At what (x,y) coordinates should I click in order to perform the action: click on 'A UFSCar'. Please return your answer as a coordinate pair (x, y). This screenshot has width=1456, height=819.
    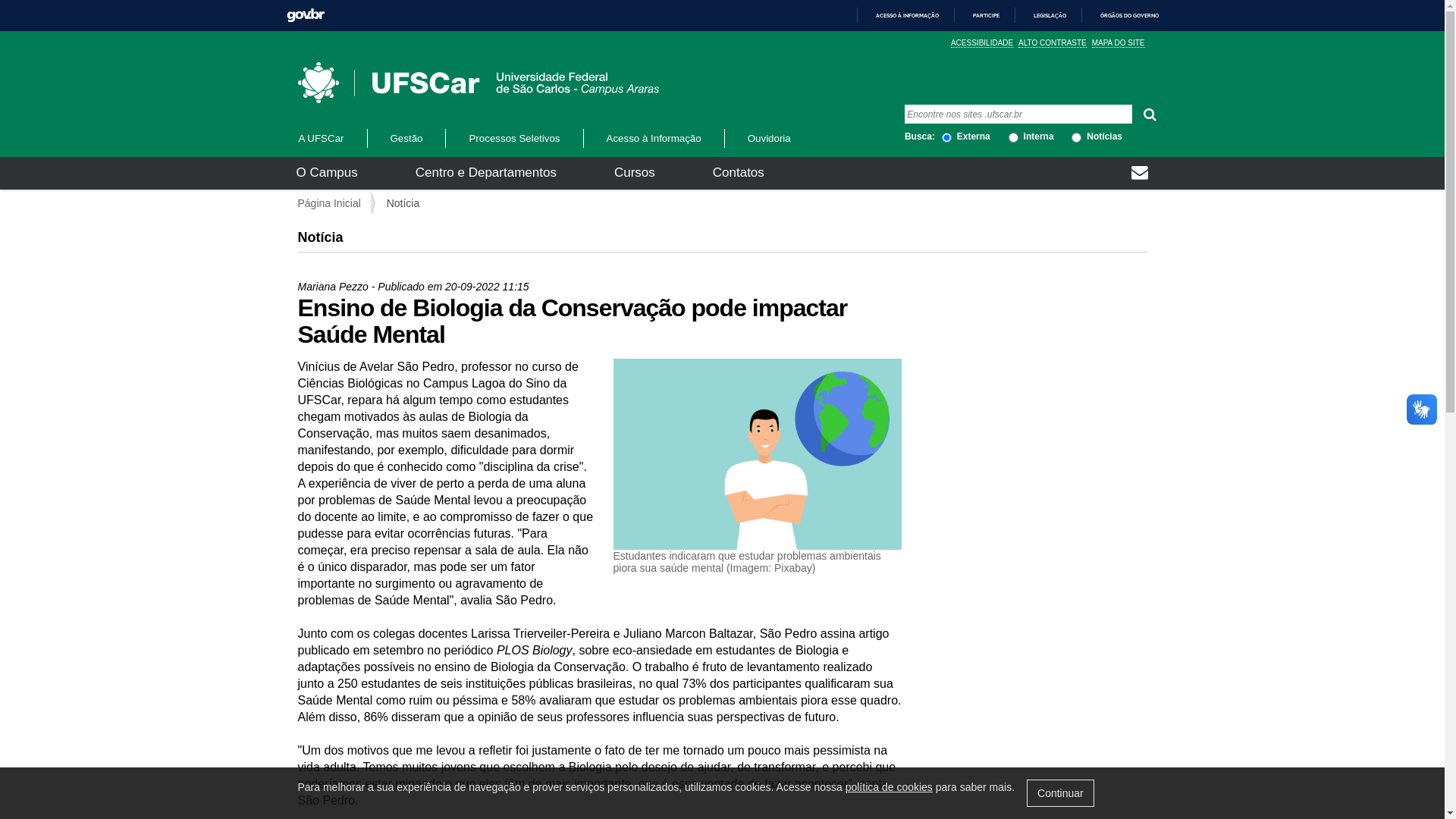
    Looking at the image, I should click on (329, 138).